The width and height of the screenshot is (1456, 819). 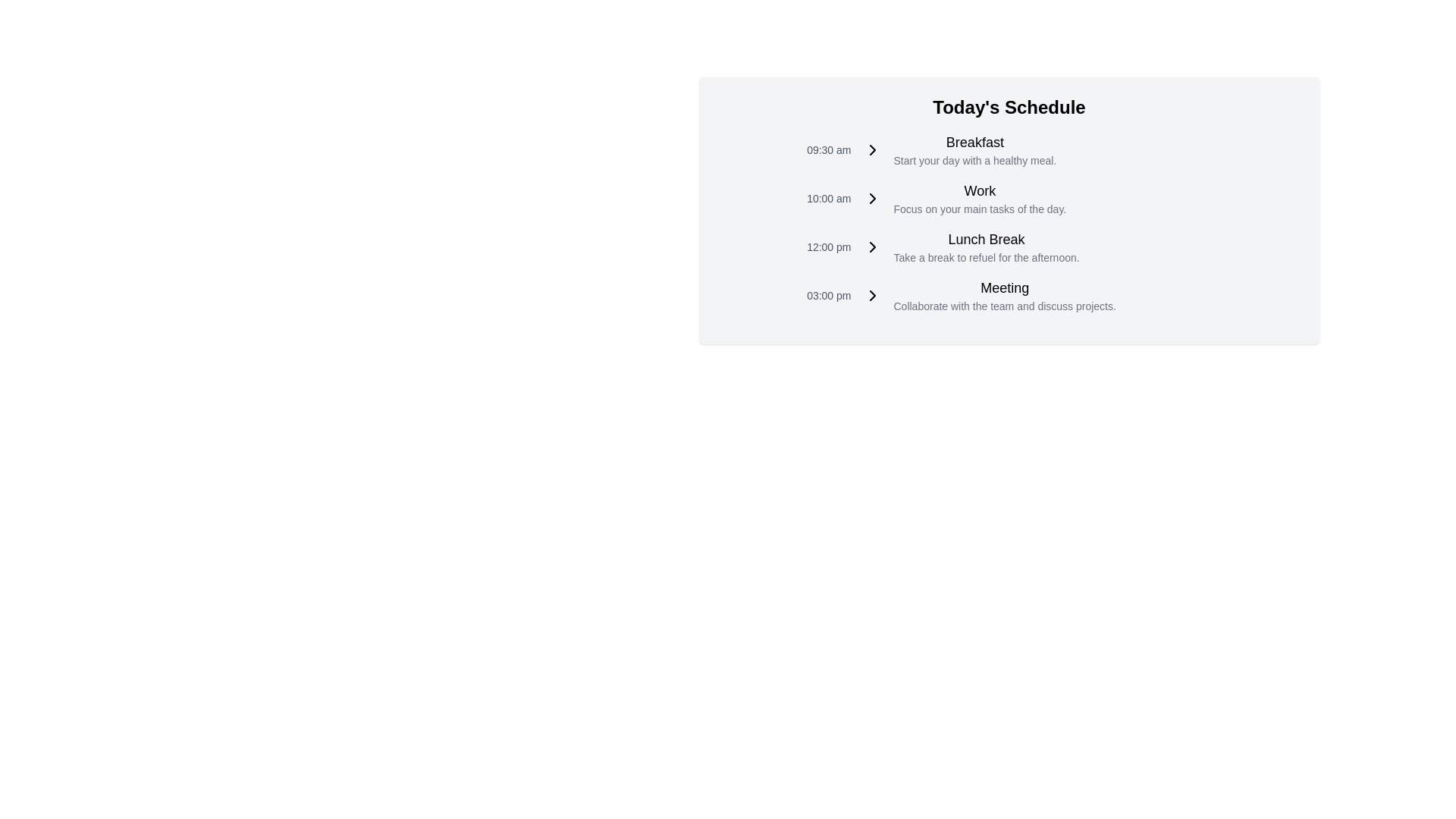 What do you see at coordinates (1005, 306) in the screenshot?
I see `the text element displaying 'Collaborate with the team and discuss projects.' located below the 'Meeting' heading in the schedule list` at bounding box center [1005, 306].